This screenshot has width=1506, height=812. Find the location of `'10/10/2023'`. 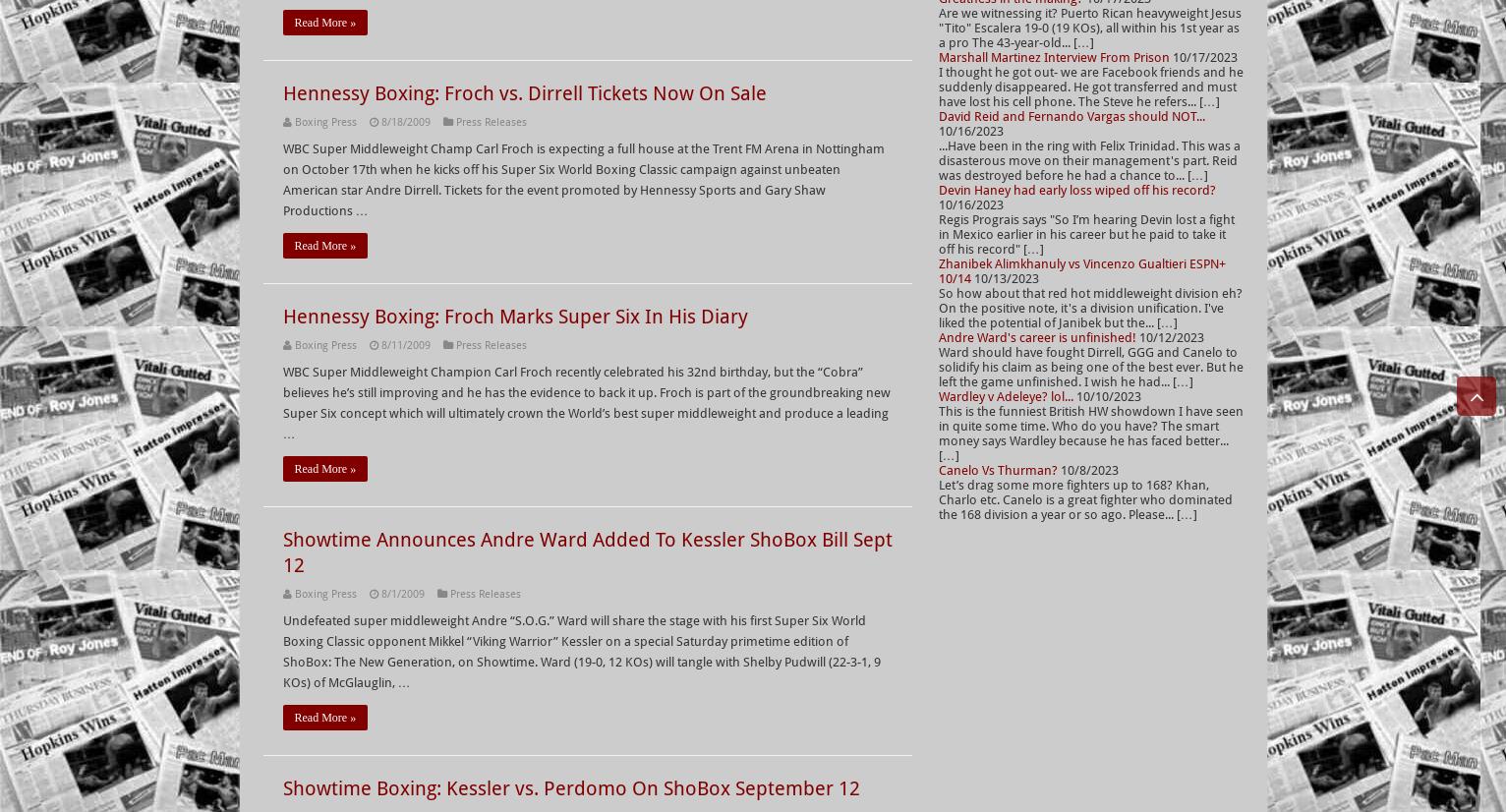

'10/10/2023' is located at coordinates (1106, 395).